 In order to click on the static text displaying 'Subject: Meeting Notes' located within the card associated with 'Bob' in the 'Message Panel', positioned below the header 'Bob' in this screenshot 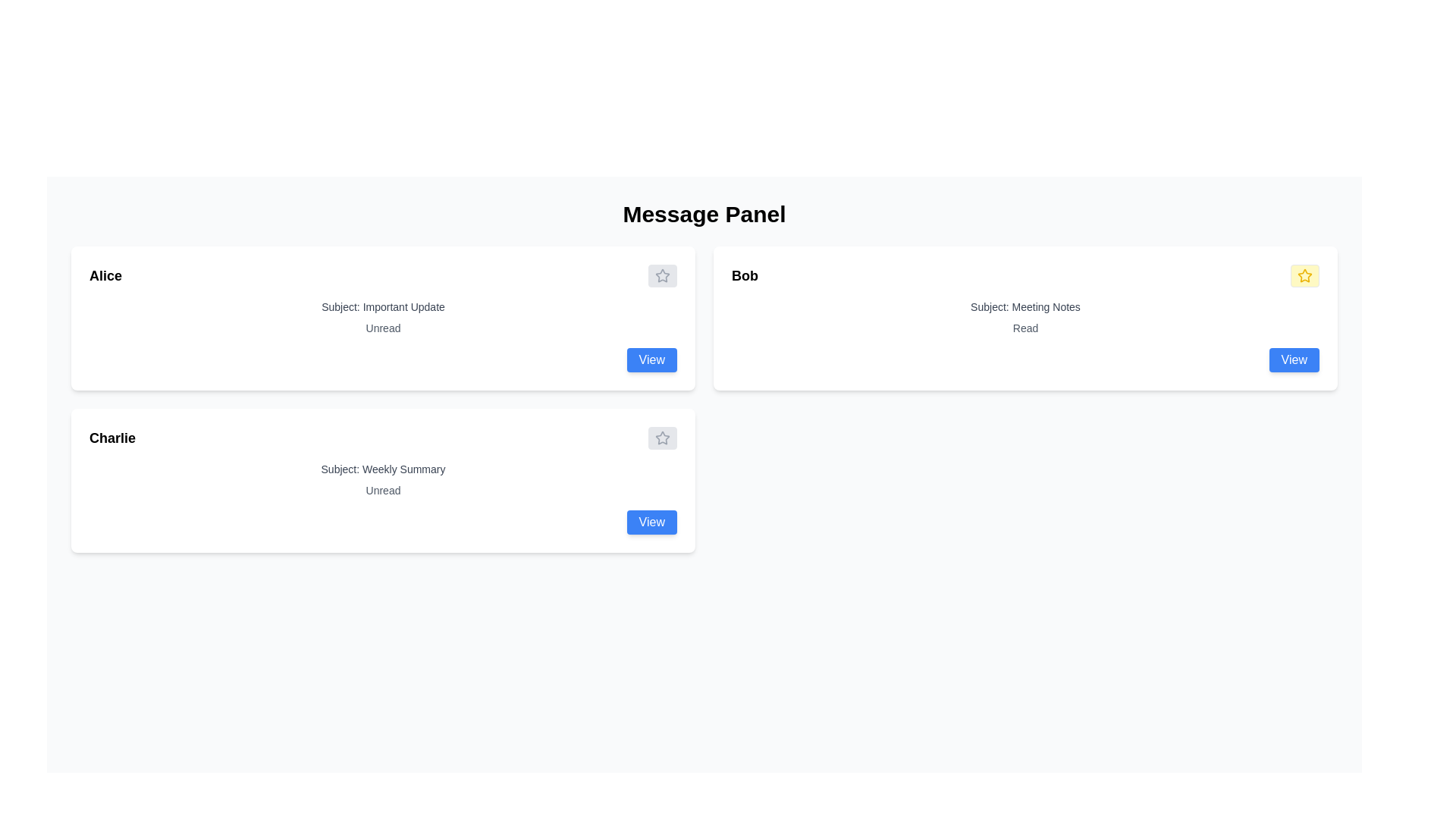, I will do `click(1025, 307)`.